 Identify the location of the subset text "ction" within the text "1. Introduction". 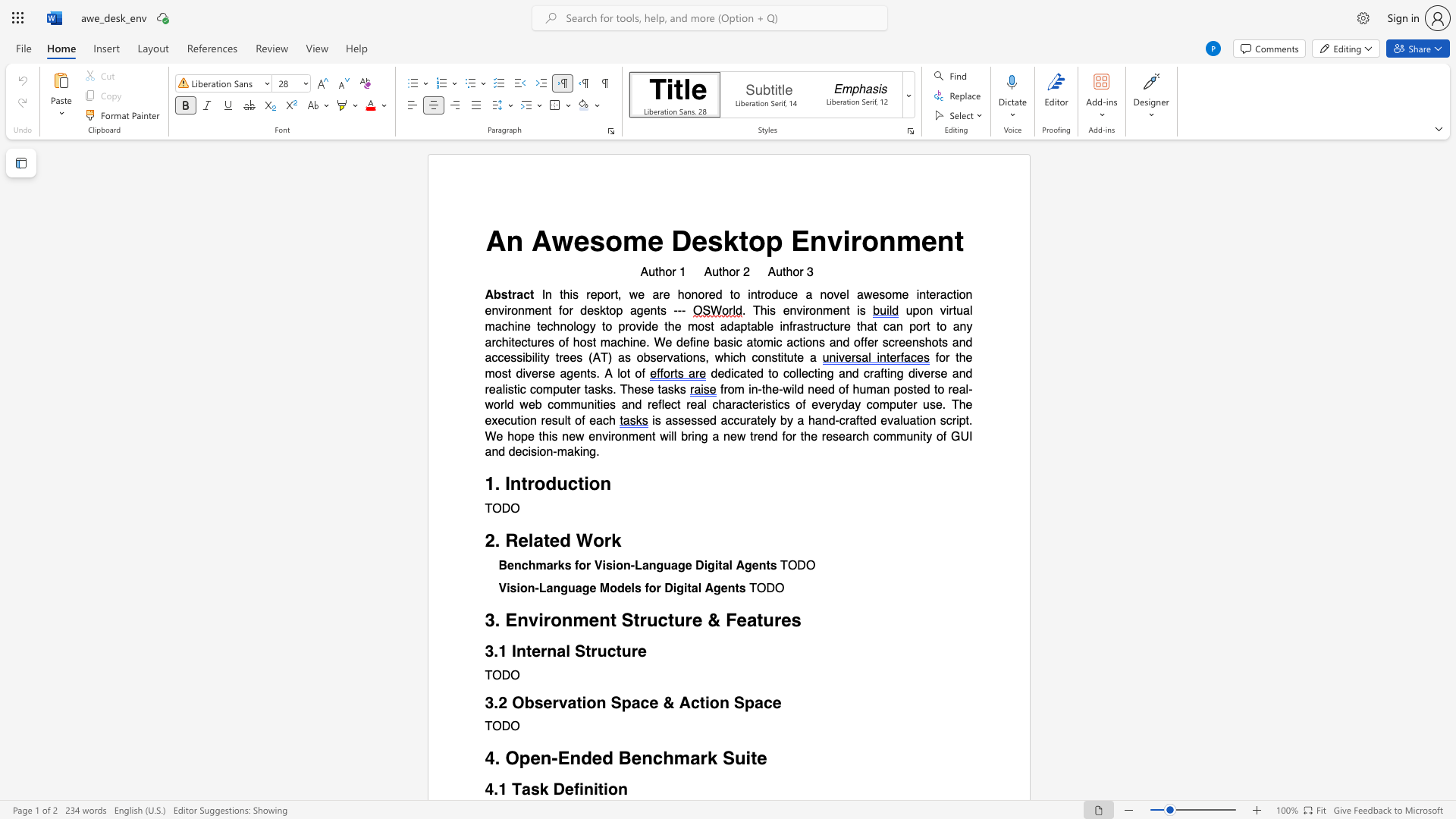
(566, 484).